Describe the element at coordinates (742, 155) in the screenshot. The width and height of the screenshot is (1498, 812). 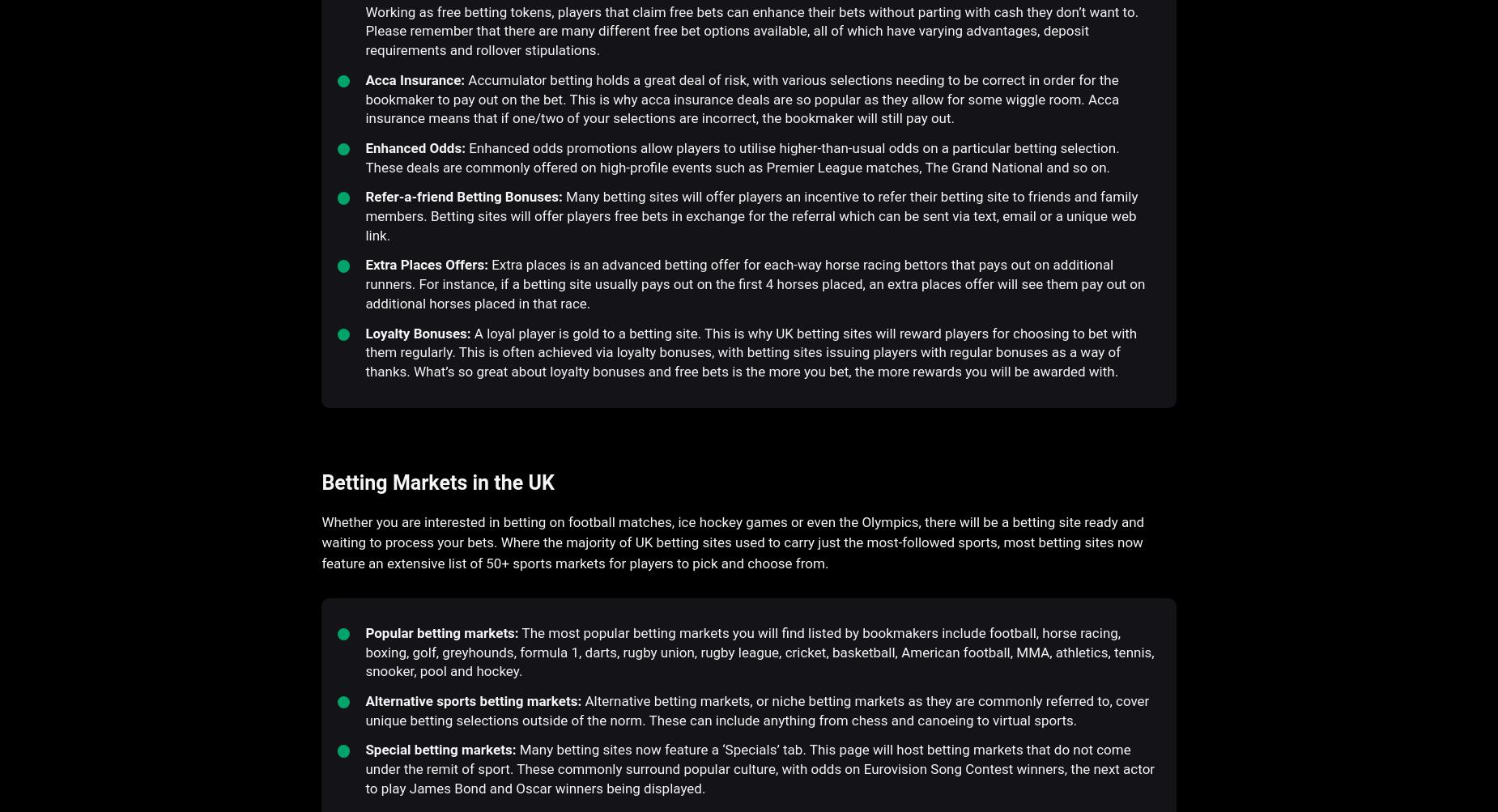
I see `'Enhanced odds promotions allow players to utilise higher-than-usual odds on a particular betting selection. These deals are commonly offered on high-profile events such as Premier League matches, The Grand National and so on.'` at that location.